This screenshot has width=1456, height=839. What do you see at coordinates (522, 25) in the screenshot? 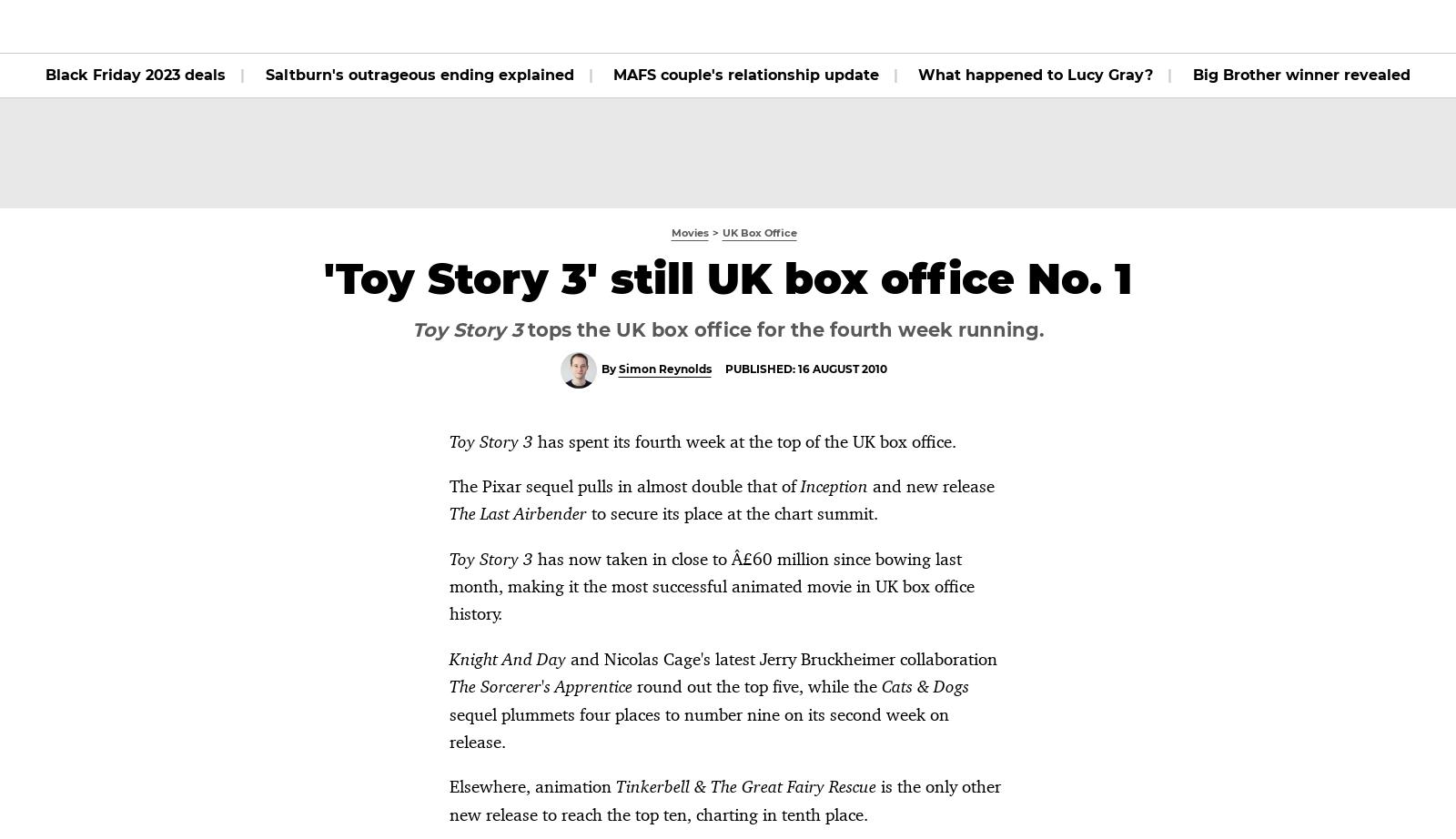
I see `'Soaps'` at bounding box center [522, 25].